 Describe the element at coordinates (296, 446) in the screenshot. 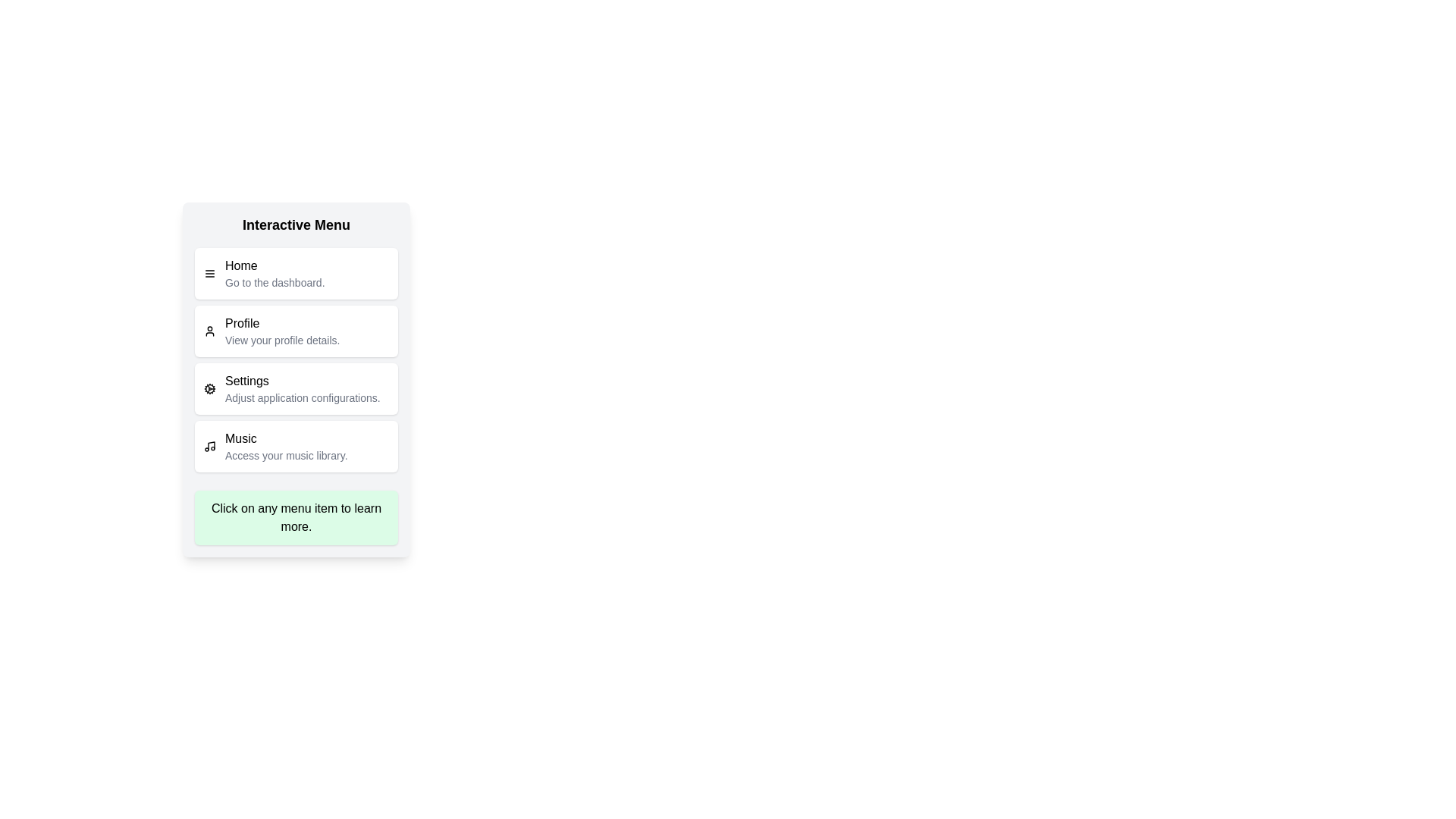

I see `the menu item labeled Music to see its hover effect` at that location.